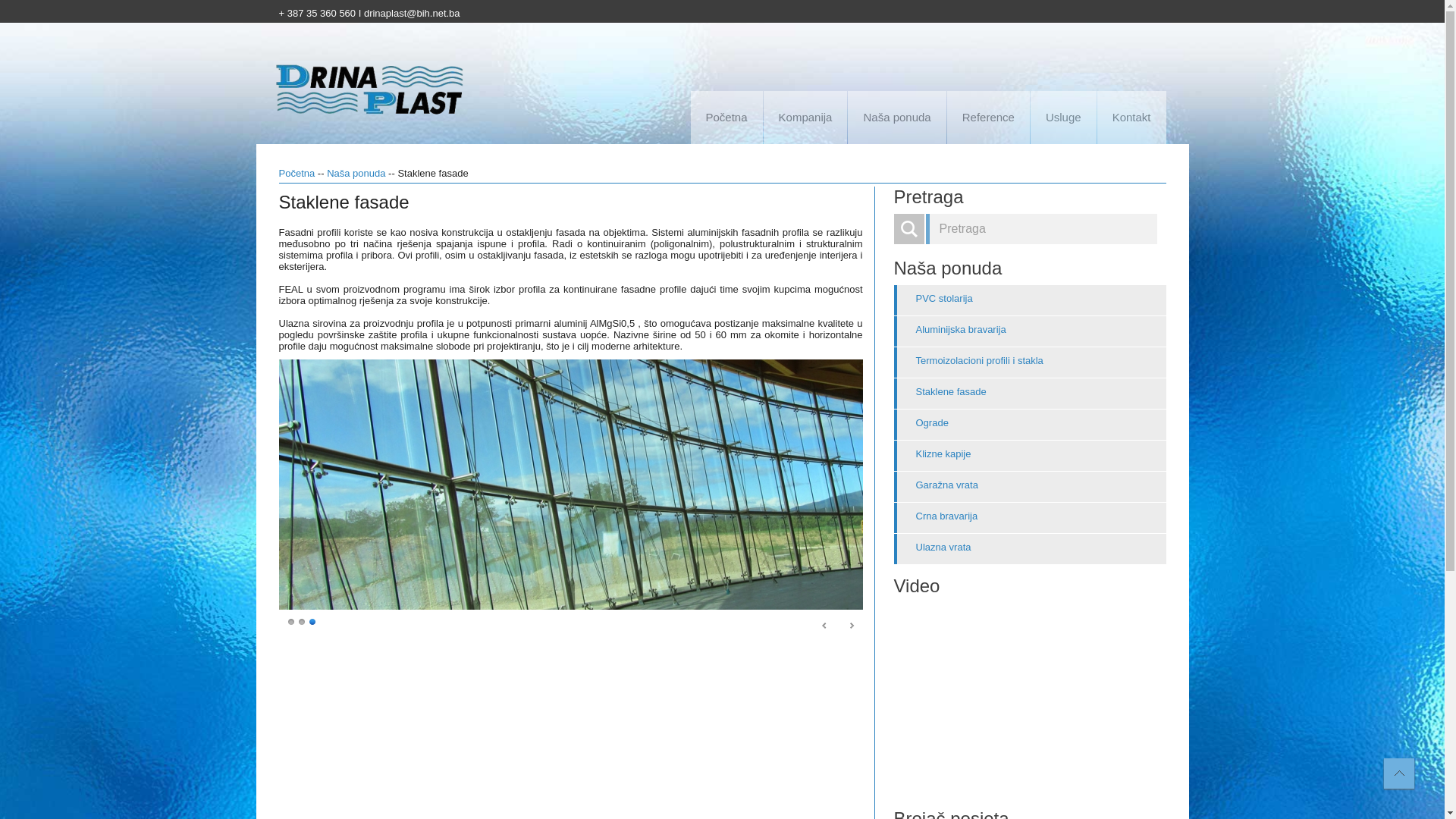 The height and width of the screenshot is (819, 1456). What do you see at coordinates (412, 13) in the screenshot?
I see `'drinaplast@bih.net.ba'` at bounding box center [412, 13].